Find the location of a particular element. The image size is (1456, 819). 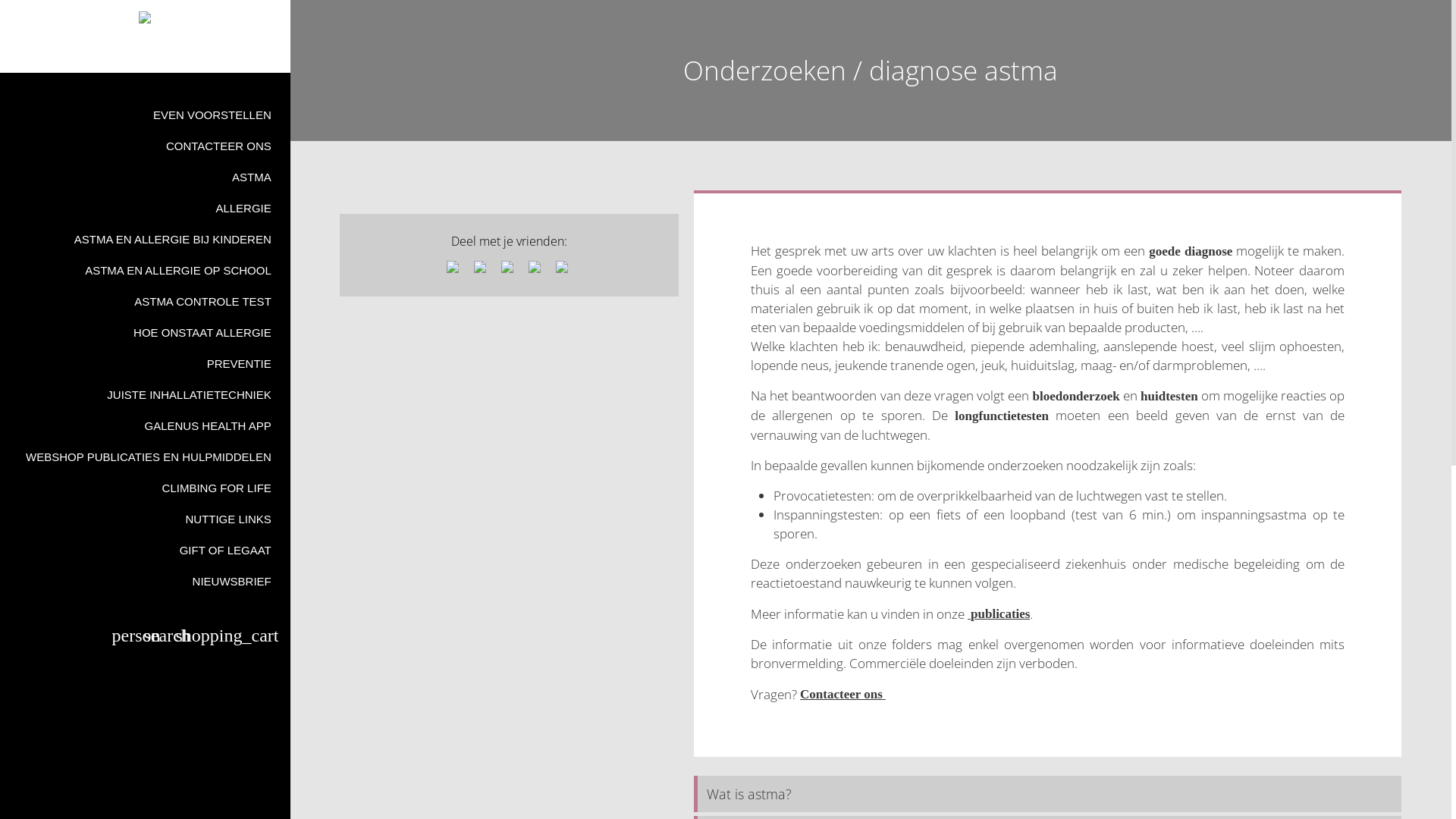

'HOE ONSTAAT ALLERGIE' is located at coordinates (145, 331).